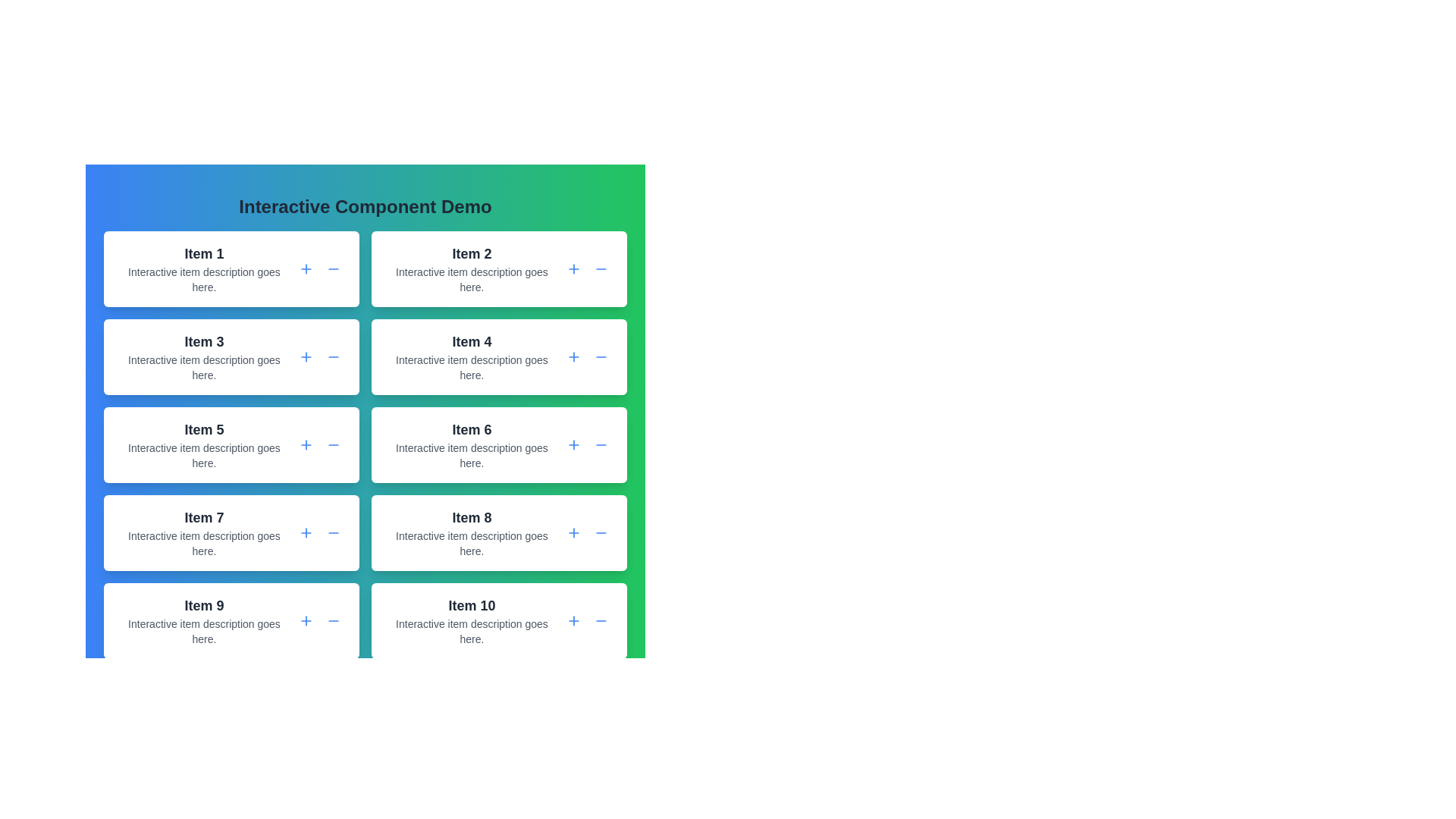 The image size is (1456, 819). I want to click on the Icon button located on the right side of the row for 'Item 9', adjacent to the plus sign icon, which is used to decrement the value associated with that item, so click(333, 620).